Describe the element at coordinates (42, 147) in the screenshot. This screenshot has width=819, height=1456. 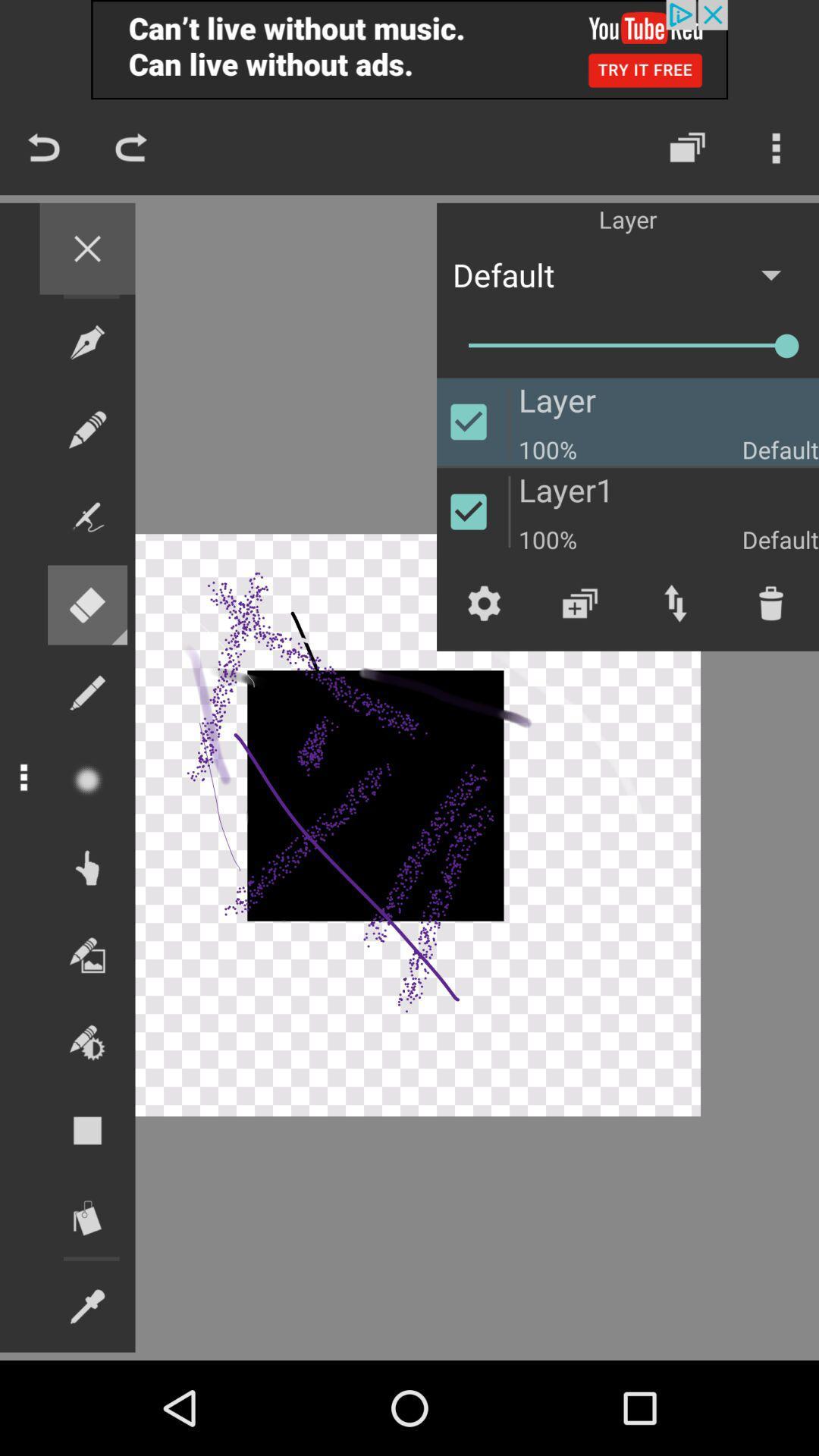
I see `the undo icon` at that location.